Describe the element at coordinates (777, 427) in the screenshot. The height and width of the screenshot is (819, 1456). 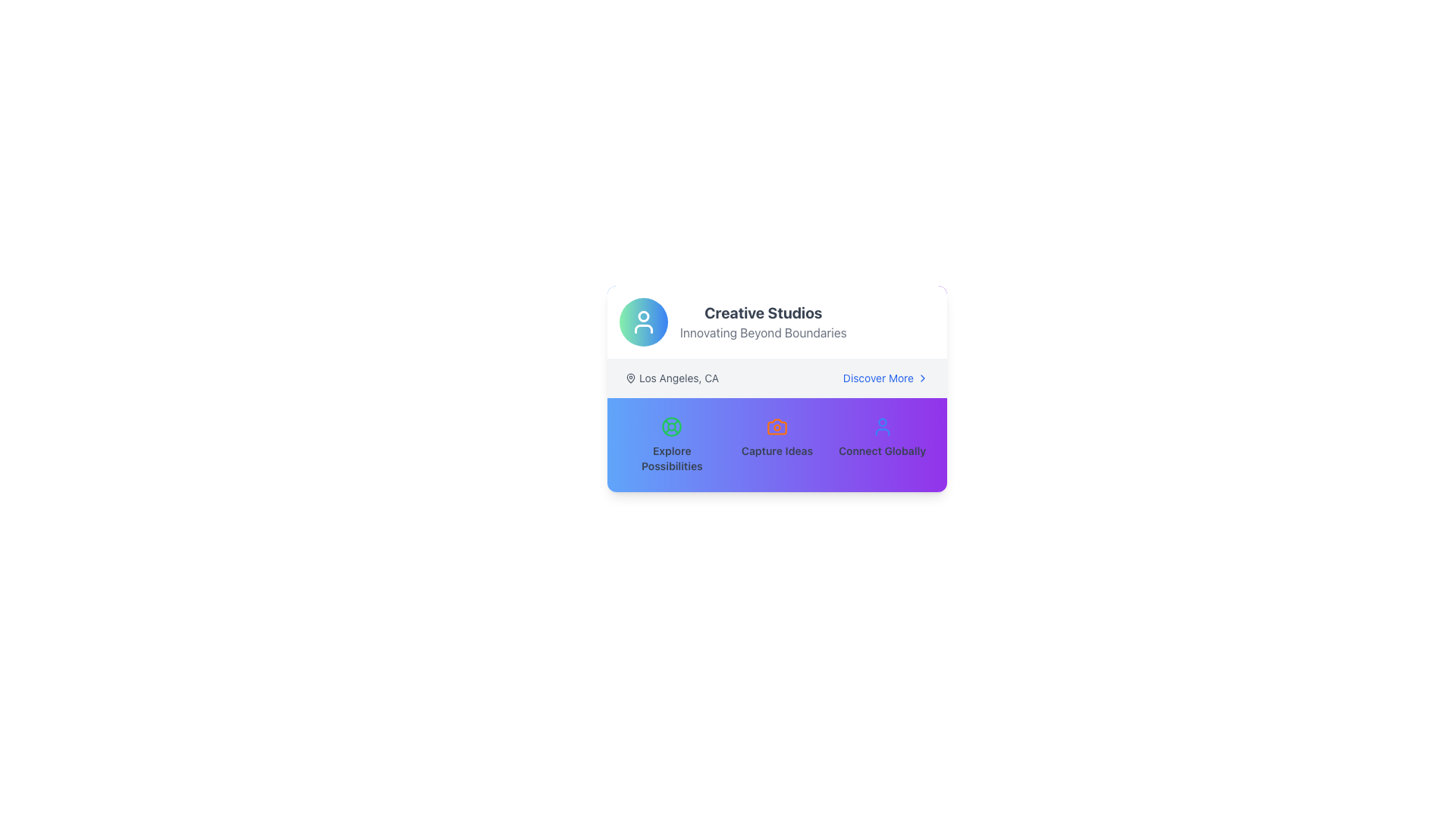
I see `the 'Capture Ideas' icon, which is centrally located in the 'Capture Ideas' section of a horizontal group of three sections at the bottom of the card` at that location.